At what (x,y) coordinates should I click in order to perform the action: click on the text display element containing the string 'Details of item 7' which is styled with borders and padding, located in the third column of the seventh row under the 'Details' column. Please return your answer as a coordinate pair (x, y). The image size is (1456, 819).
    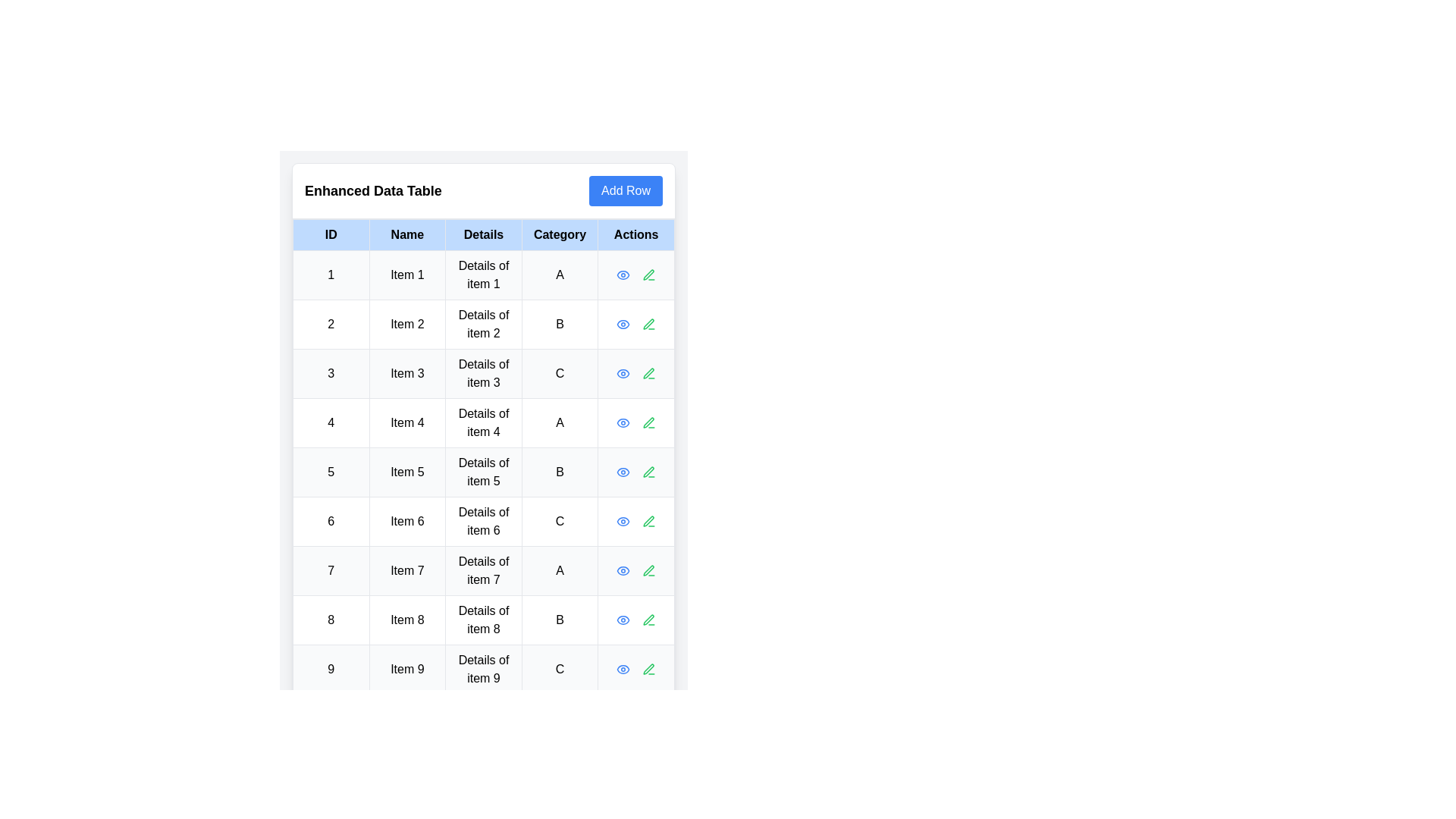
    Looking at the image, I should click on (483, 570).